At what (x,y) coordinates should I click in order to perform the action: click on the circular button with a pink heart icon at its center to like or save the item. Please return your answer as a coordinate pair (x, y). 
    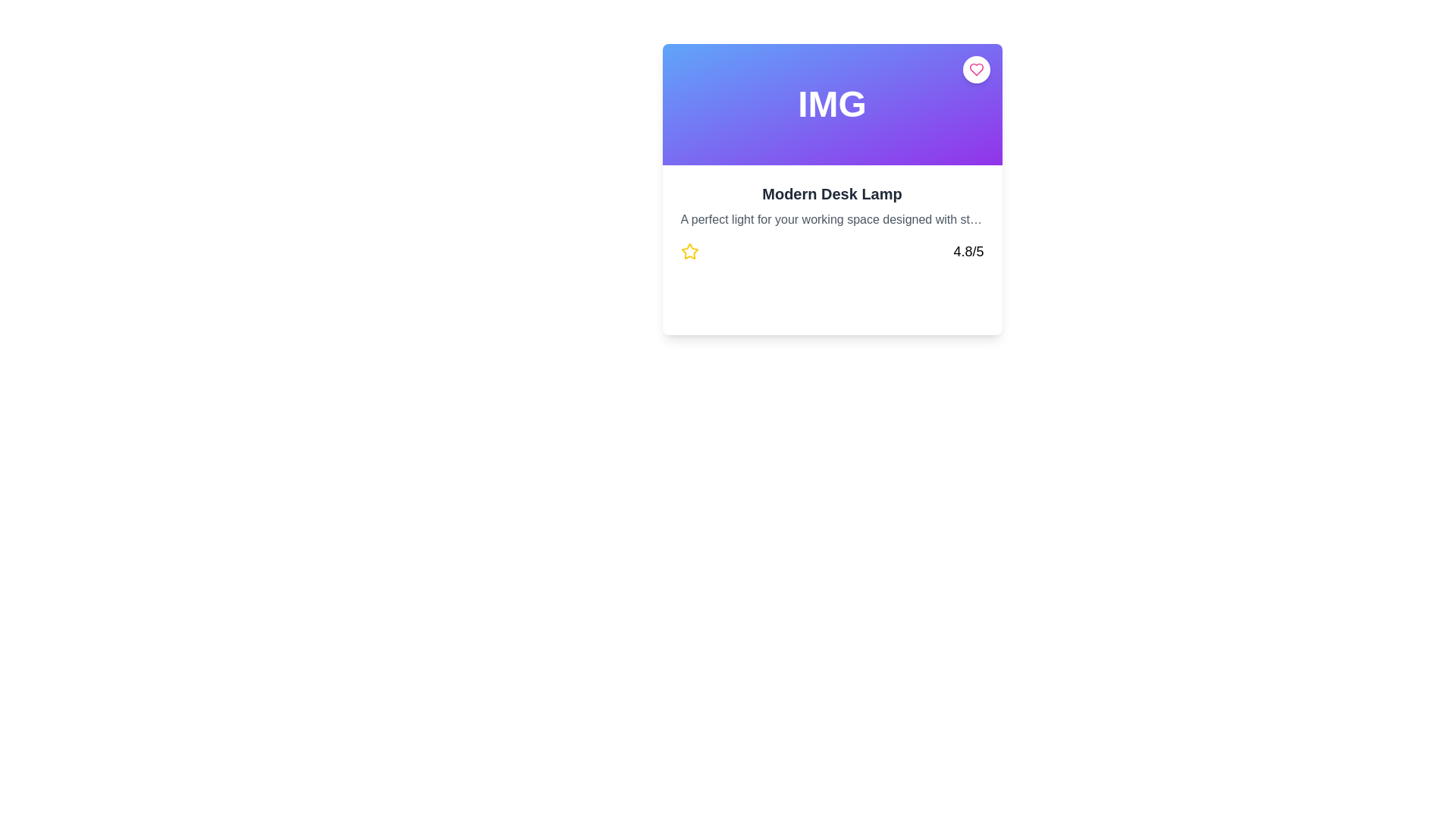
    Looking at the image, I should click on (976, 70).